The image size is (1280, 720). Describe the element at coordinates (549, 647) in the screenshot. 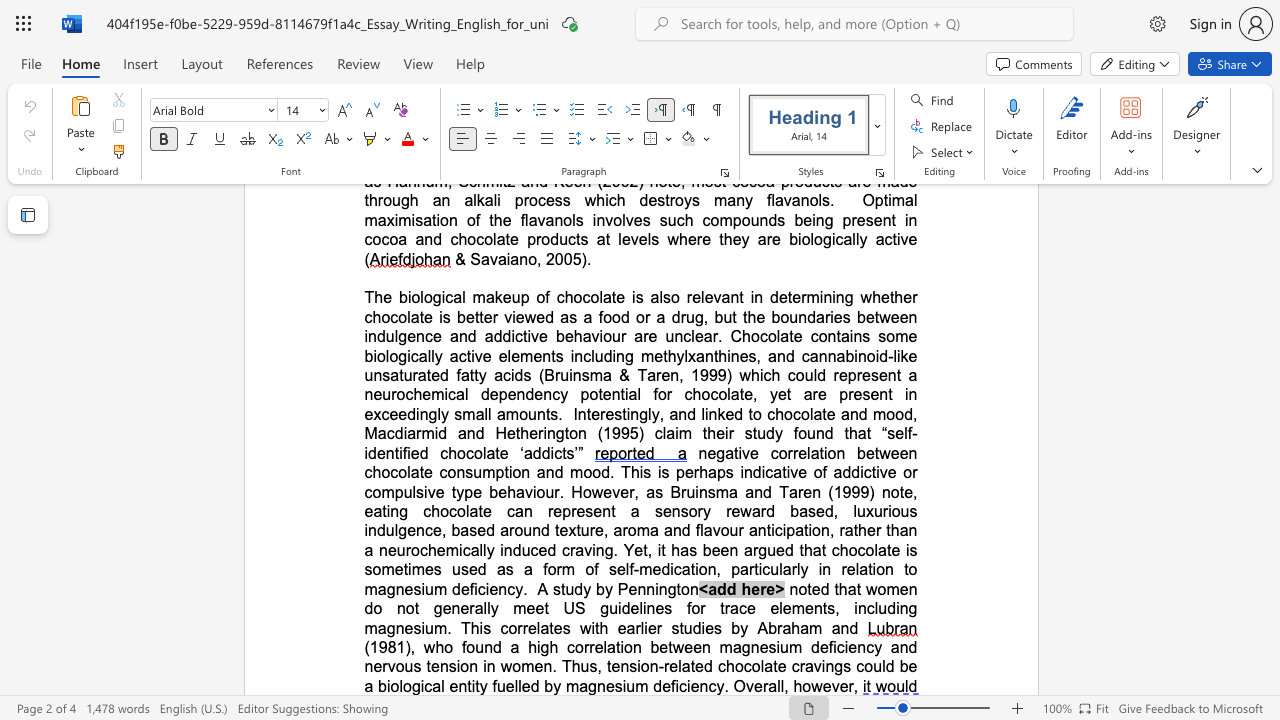

I see `the subset text "h correlation between magnesium deficiency and nervous tension in women. Thus, tension-related chocolate cravings could be a biological entity fuelled by magnesi" within the text "(1981), who found a high correlation between magnesium deficiency and nervous tension in women. Thus, tension-related chocolate cravings could be a biological entity fuelled by magnesium deficiency. Overall, however,"` at that location.